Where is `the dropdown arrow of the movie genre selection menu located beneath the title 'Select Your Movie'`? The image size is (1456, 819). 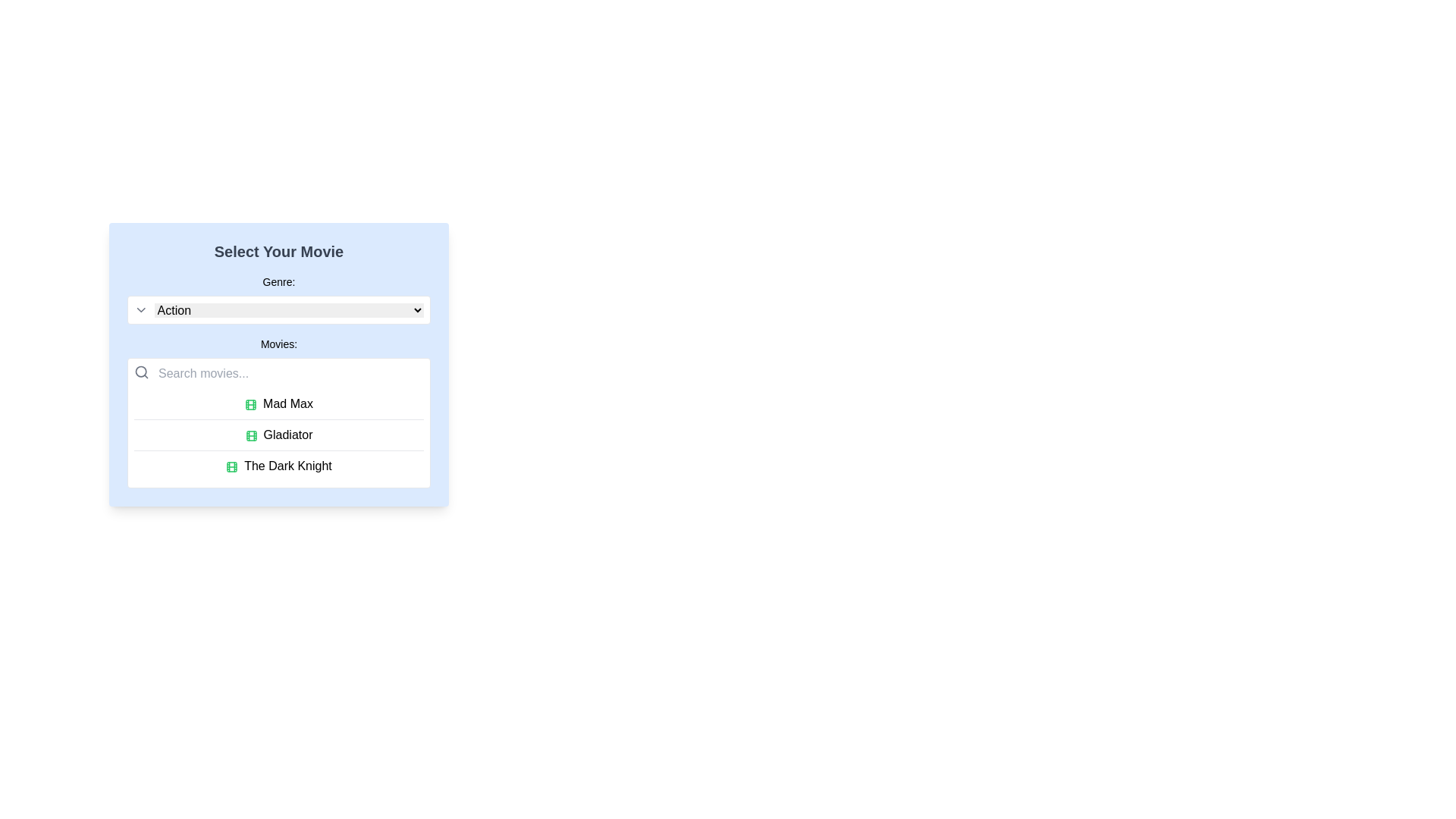 the dropdown arrow of the movie genre selection menu located beneath the title 'Select Your Movie' is located at coordinates (279, 299).